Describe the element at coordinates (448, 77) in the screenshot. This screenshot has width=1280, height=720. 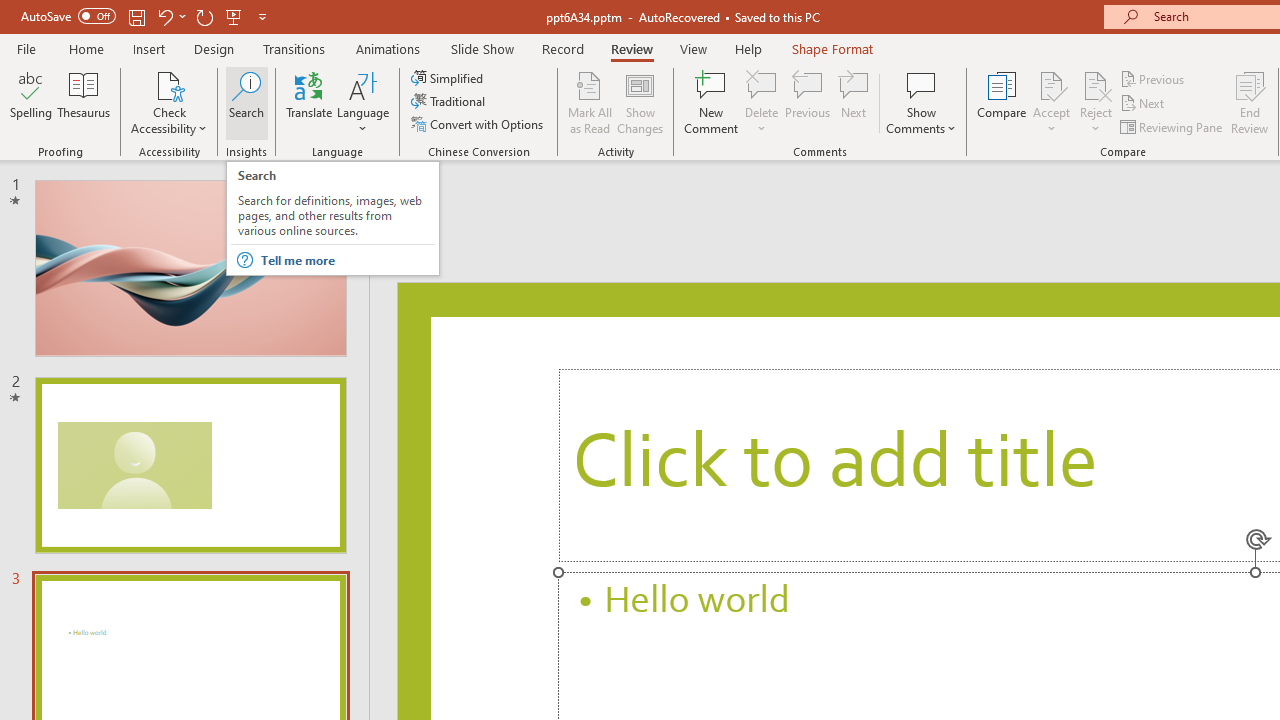
I see `'Simplified'` at that location.